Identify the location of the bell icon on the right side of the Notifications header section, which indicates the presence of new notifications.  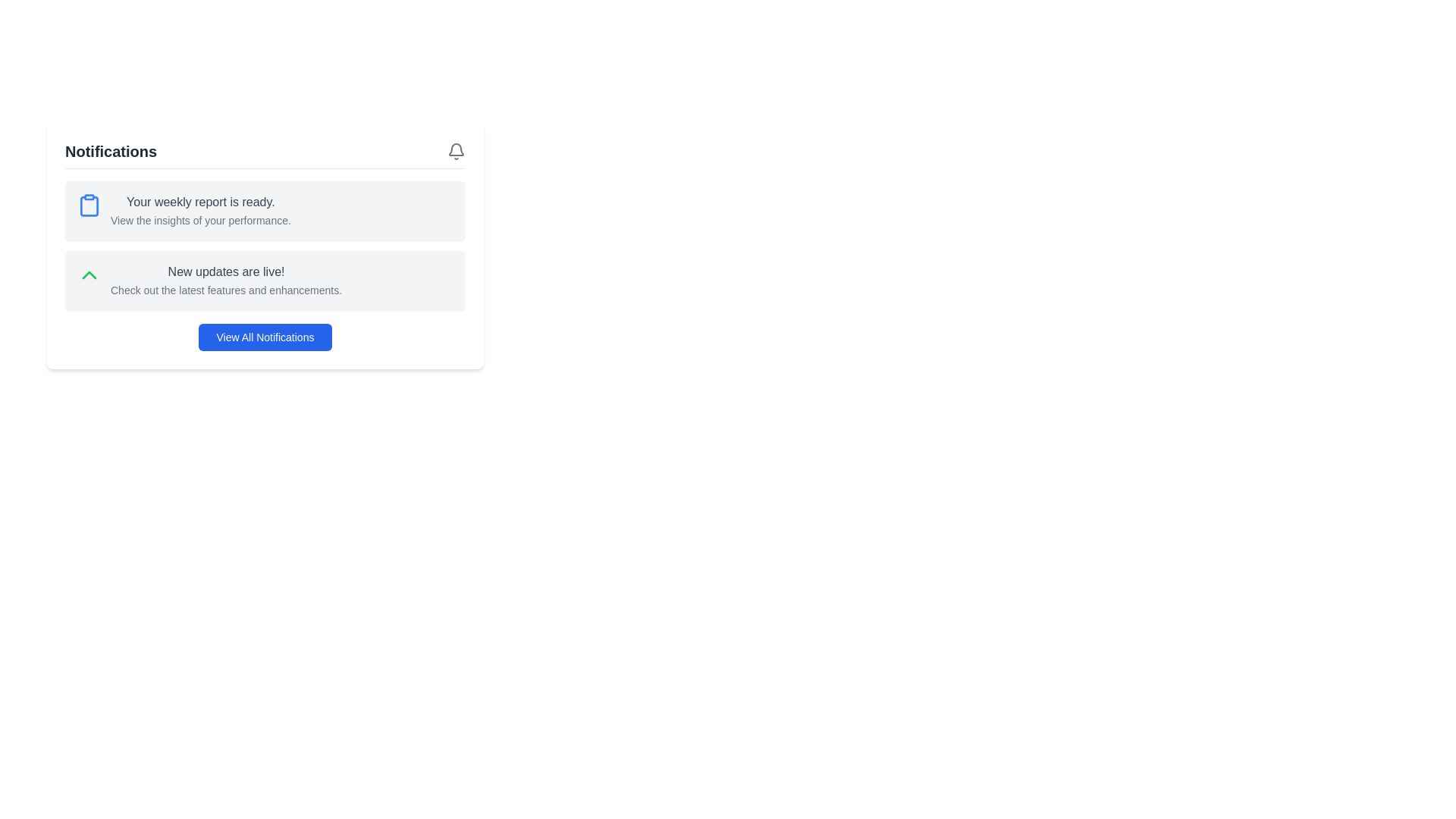
(265, 155).